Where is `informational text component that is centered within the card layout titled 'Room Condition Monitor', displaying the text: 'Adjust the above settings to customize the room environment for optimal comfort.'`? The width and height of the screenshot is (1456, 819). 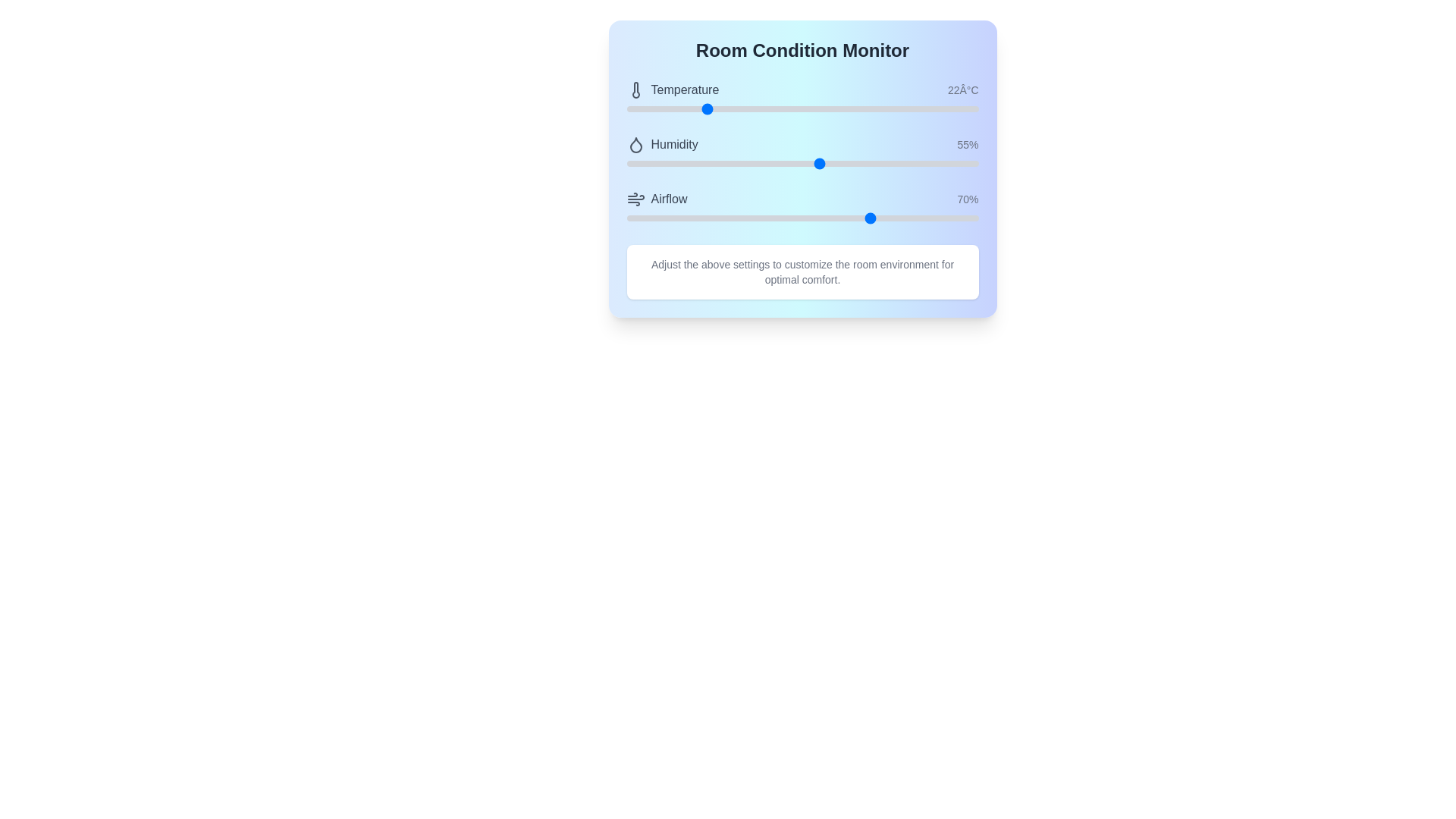
informational text component that is centered within the card layout titled 'Room Condition Monitor', displaying the text: 'Adjust the above settings to customize the room environment for optimal comfort.' is located at coordinates (802, 271).